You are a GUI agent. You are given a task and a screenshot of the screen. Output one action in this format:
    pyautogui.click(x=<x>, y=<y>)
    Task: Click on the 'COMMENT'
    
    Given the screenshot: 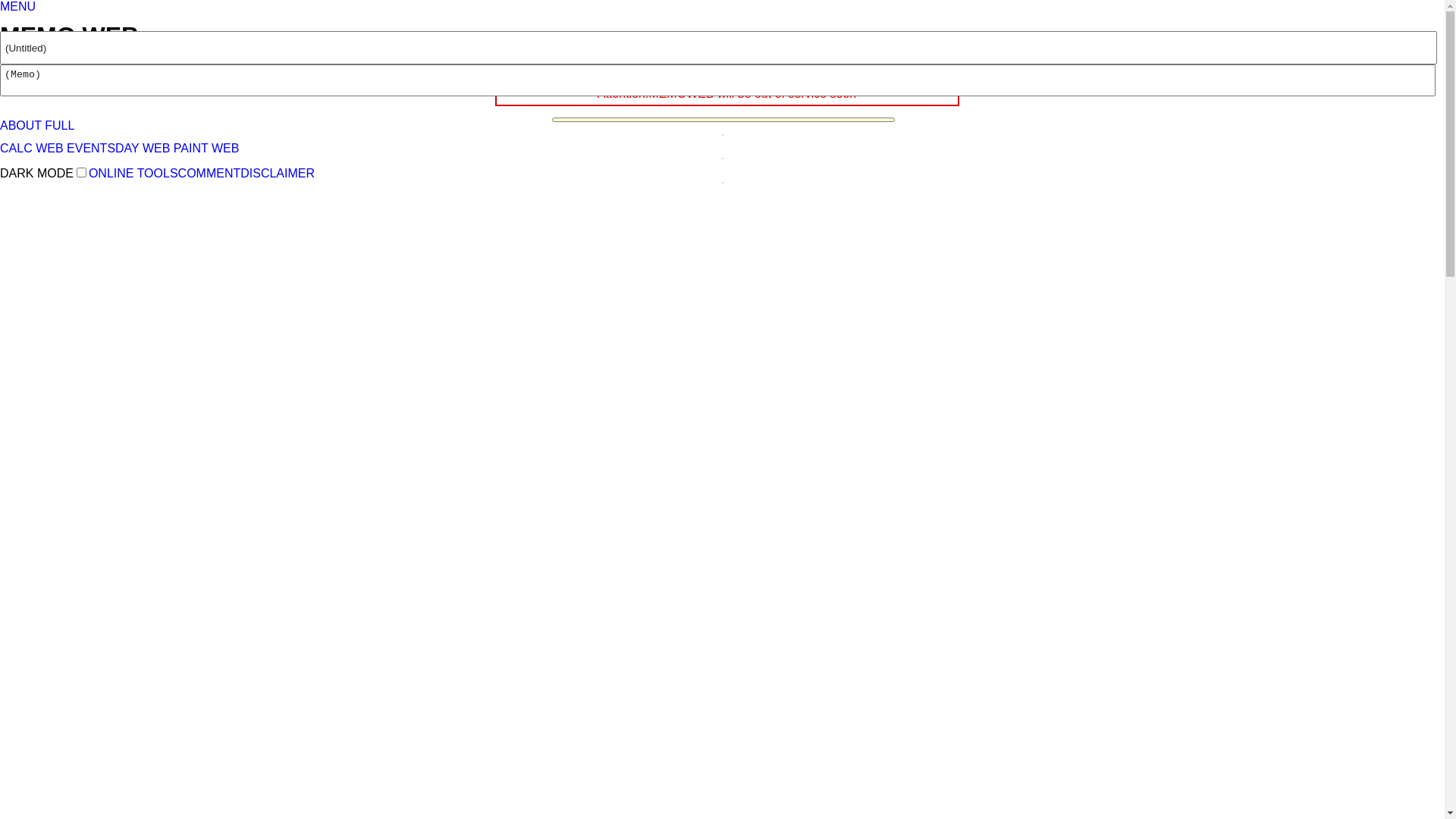 What is the action you would take?
    pyautogui.click(x=178, y=172)
    